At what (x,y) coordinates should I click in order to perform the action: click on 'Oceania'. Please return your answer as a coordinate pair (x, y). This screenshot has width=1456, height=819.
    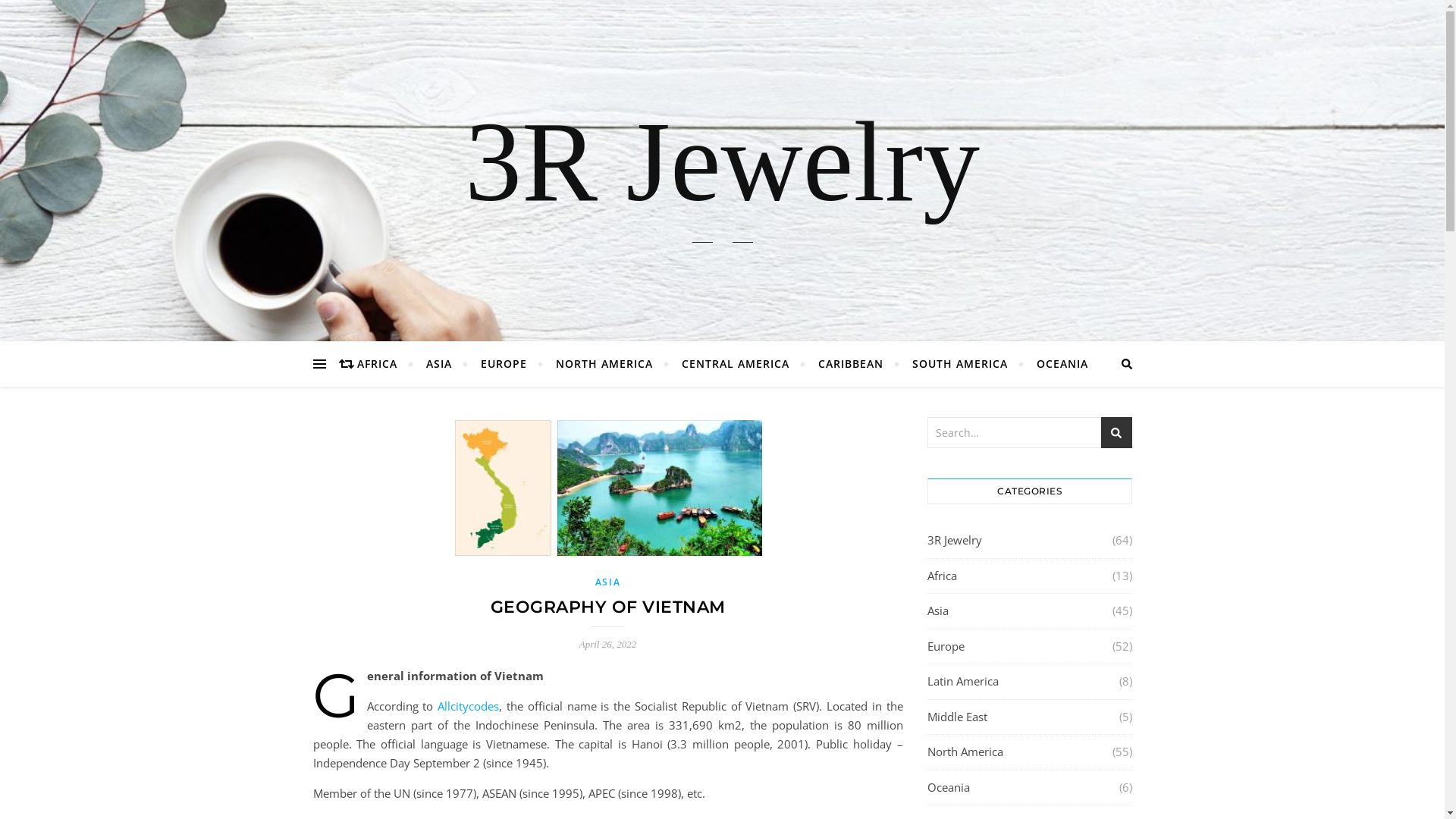
    Looking at the image, I should click on (946, 786).